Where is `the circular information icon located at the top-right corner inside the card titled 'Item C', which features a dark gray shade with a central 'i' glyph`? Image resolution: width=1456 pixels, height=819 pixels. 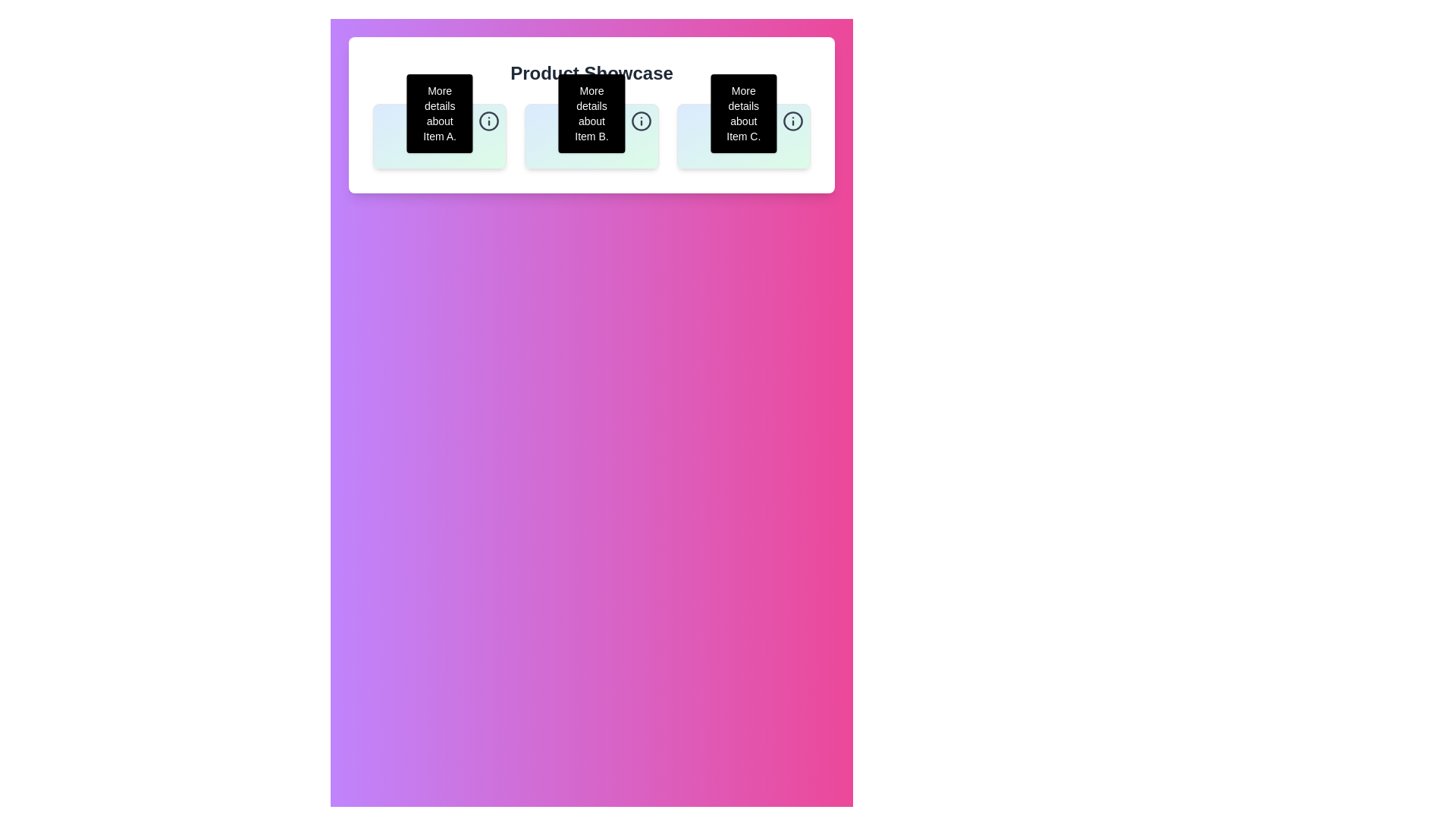 the circular information icon located at the top-right corner inside the card titled 'Item C', which features a dark gray shade with a central 'i' glyph is located at coordinates (792, 120).